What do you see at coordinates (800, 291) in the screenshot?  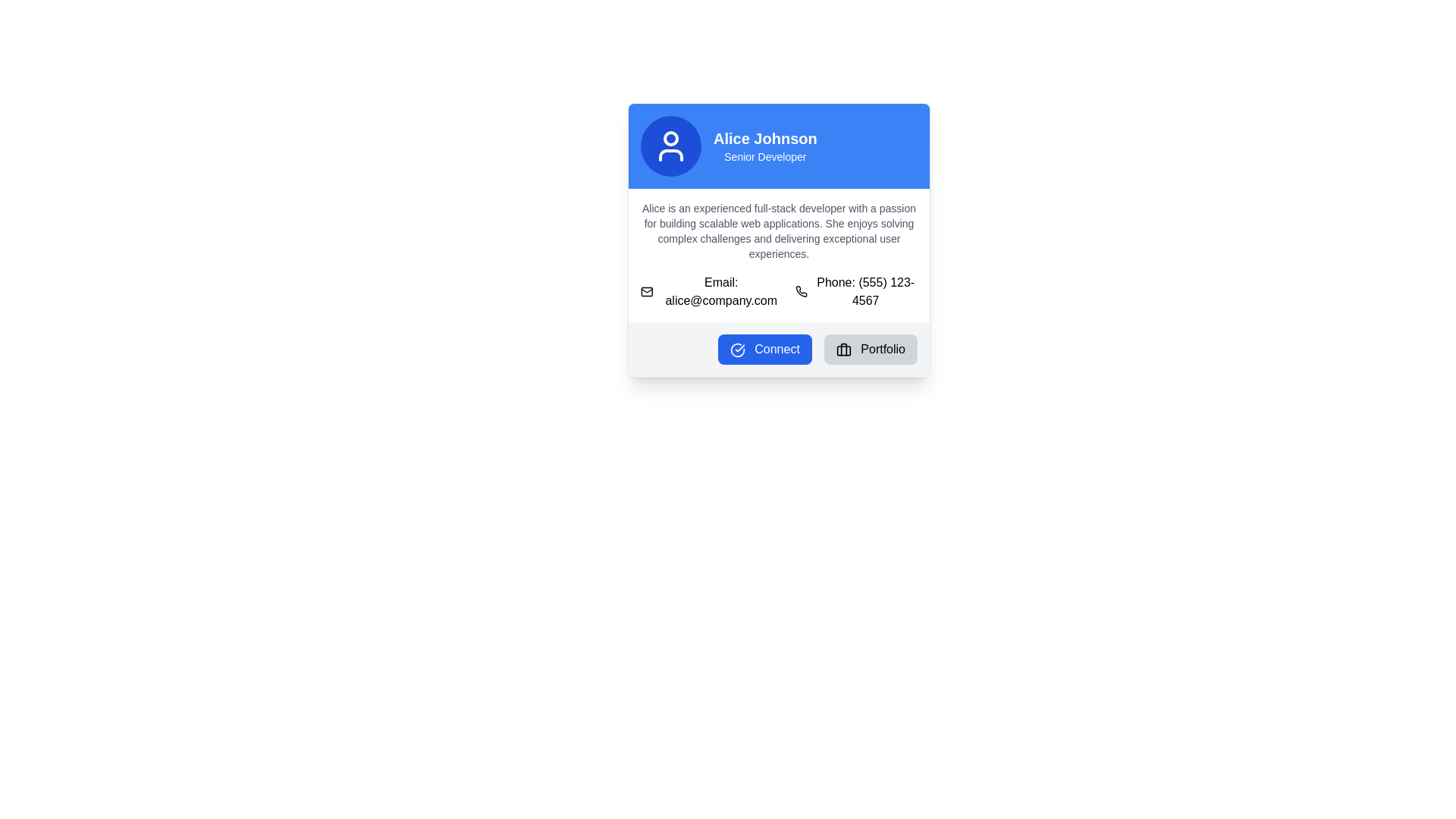 I see `the phone icon with a black outline and rounded corners located to the right of the email icon in the contact information row under the user's profile card for further interaction` at bounding box center [800, 291].